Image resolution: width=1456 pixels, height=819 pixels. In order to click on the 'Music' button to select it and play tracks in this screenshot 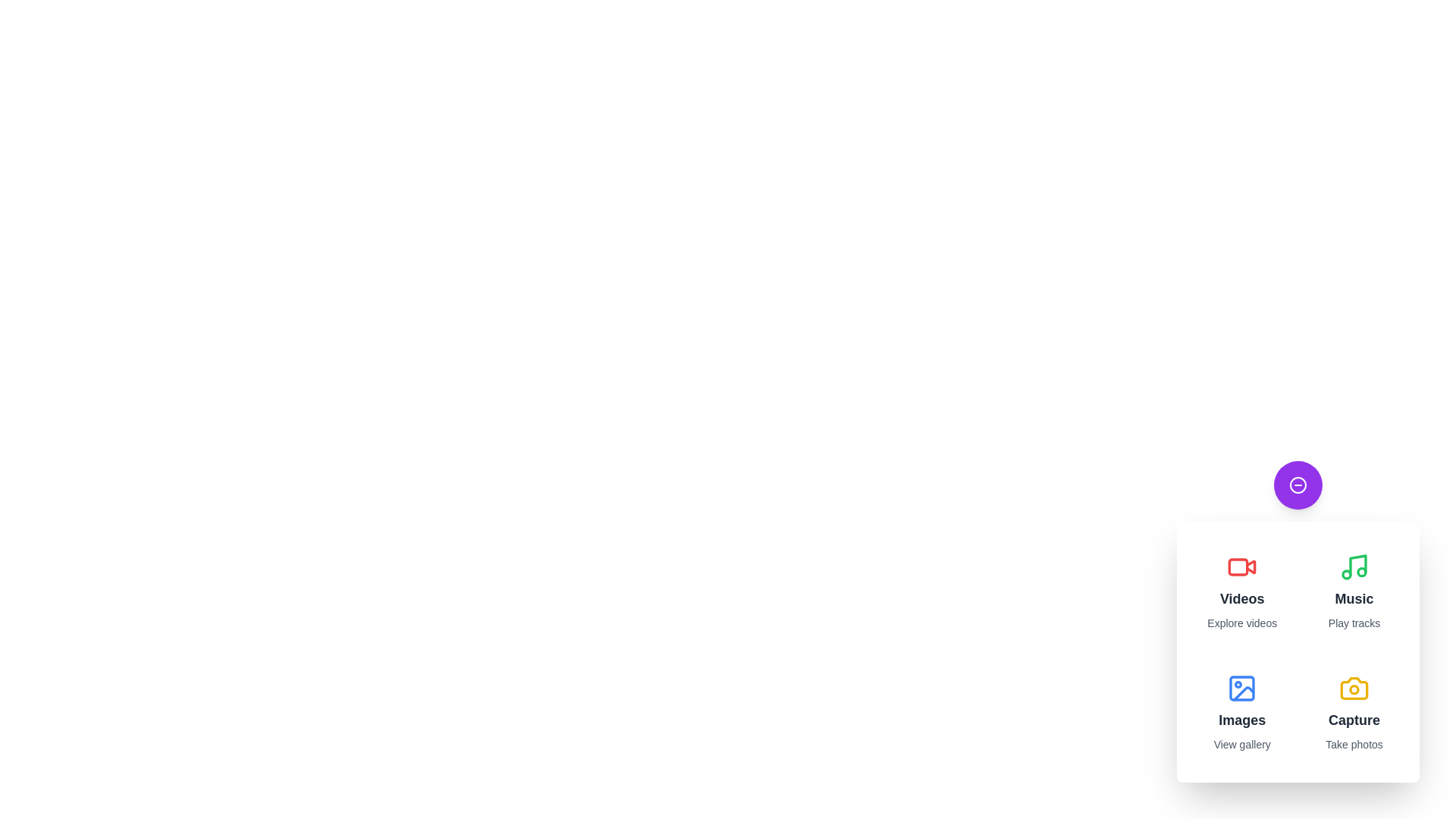, I will do `click(1354, 590)`.